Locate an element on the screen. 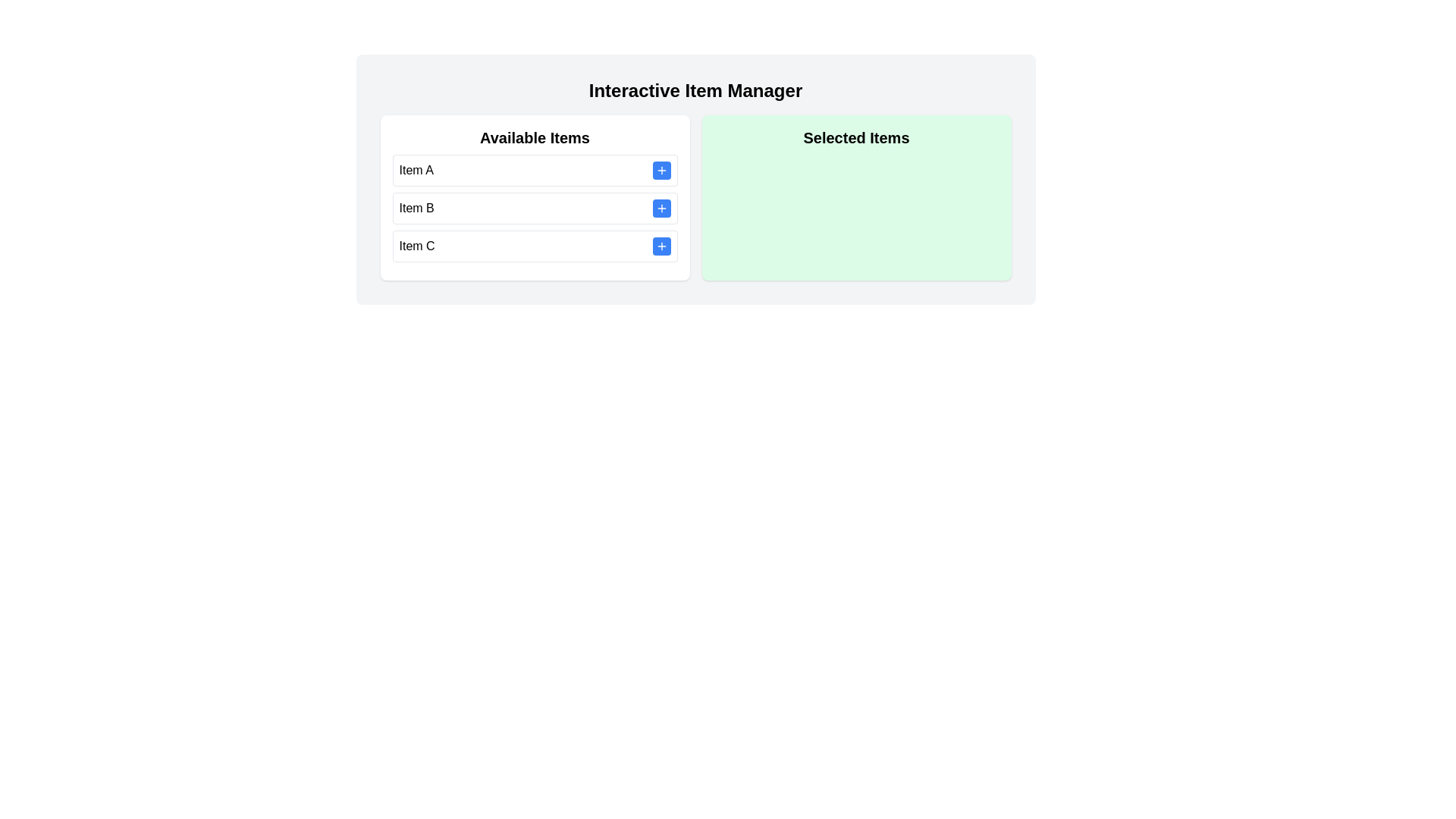 The image size is (1456, 819). the button with a blue background and a white 'plus' icon located next to 'Item C' in the 'Available Items' section is located at coordinates (661, 245).